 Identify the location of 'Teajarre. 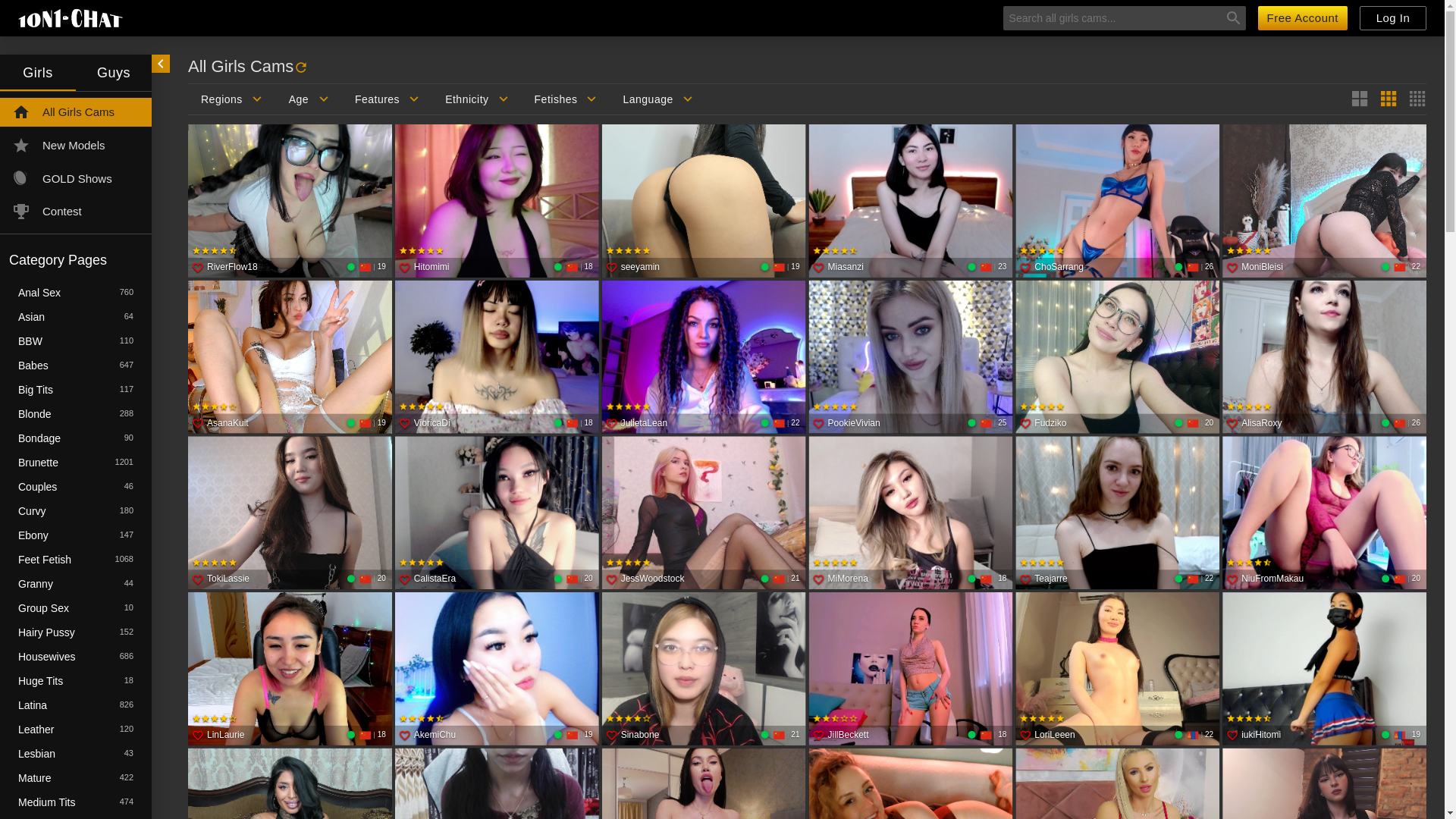
(1117, 513).